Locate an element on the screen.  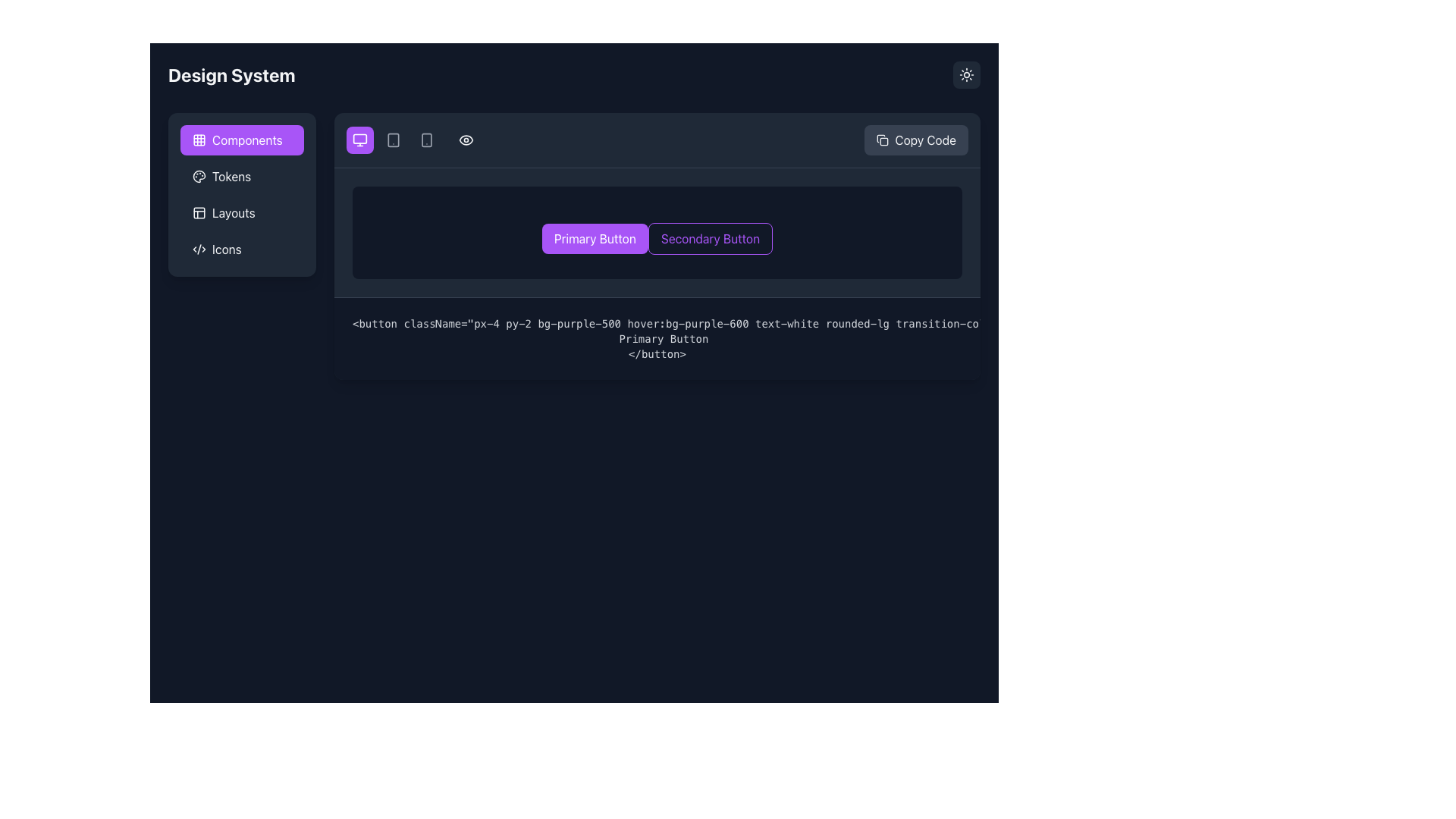
the 'Components' button, a prominent rectangular button with rounded corners, styled in purple with white text and a grid icon, located at the top of the sidebar list is located at coordinates (241, 140).